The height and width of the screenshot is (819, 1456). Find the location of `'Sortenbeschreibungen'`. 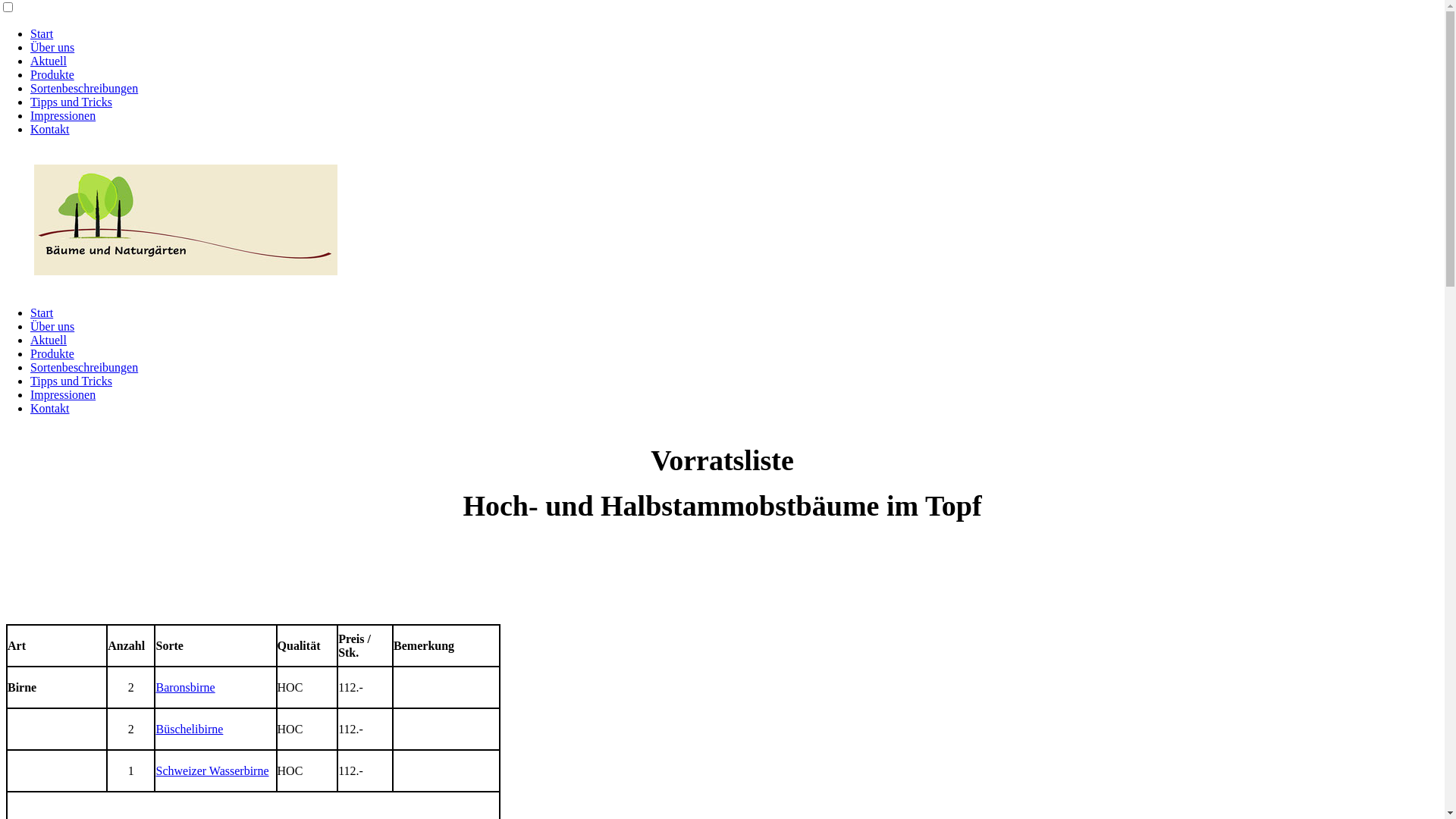

'Sortenbeschreibungen' is located at coordinates (83, 367).